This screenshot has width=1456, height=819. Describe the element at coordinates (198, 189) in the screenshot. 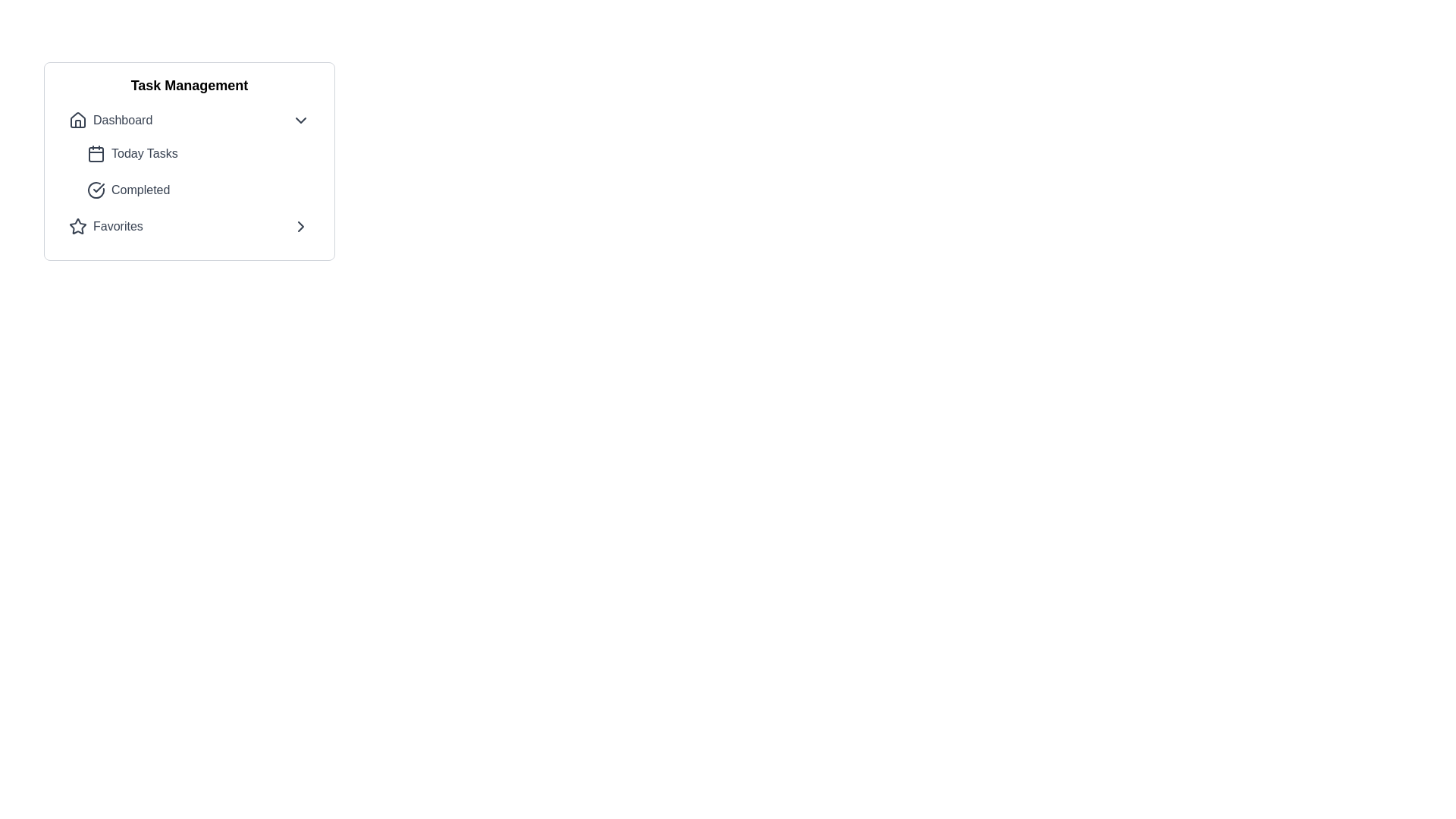

I see `the third item in the menu list under 'Task Management', which serves as a navigational link to 'Completed' tasks` at that location.